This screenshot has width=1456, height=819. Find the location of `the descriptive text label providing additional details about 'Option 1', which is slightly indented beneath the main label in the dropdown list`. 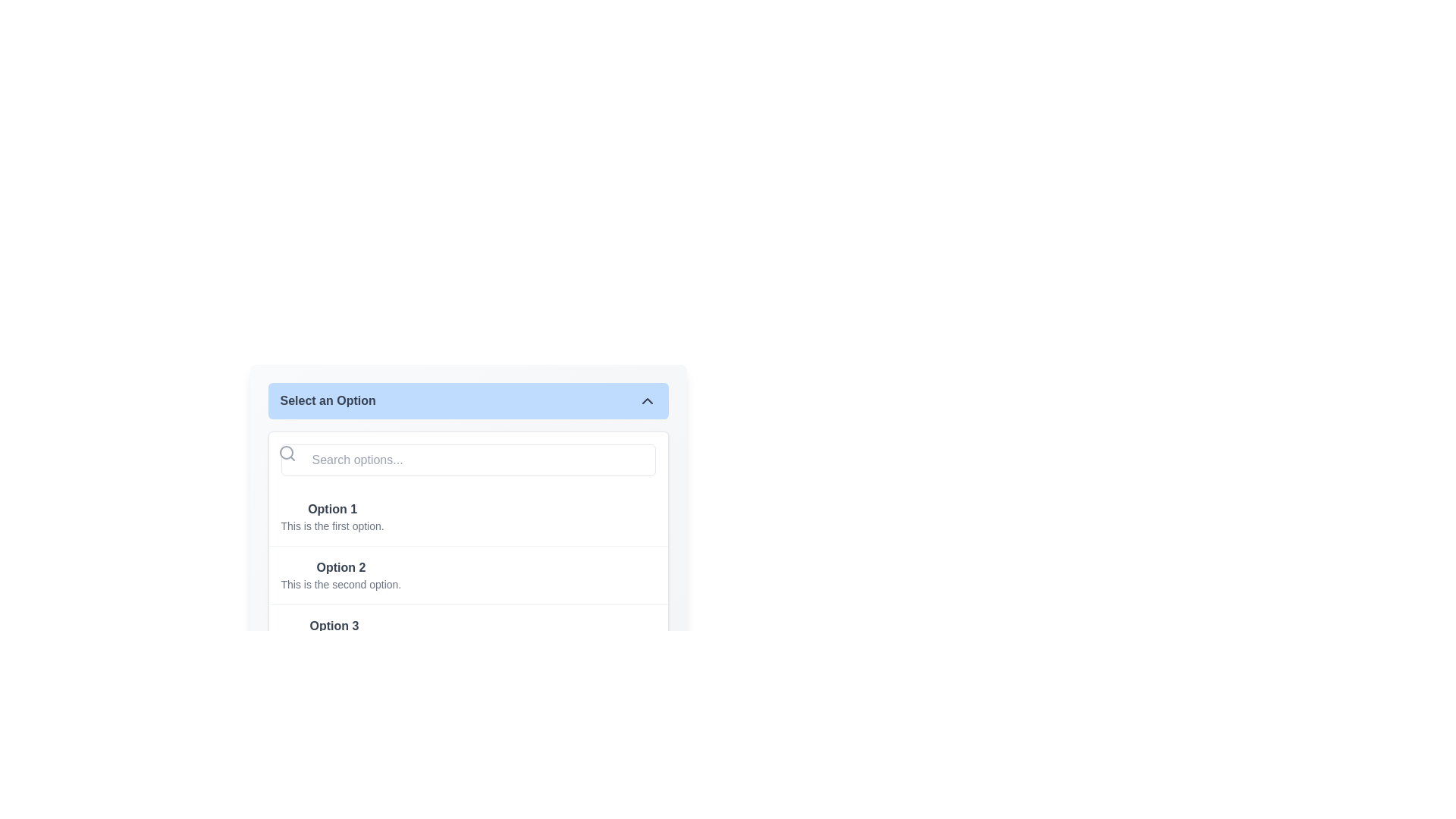

the descriptive text label providing additional details about 'Option 1', which is slightly indented beneath the main label in the dropdown list is located at coordinates (331, 526).